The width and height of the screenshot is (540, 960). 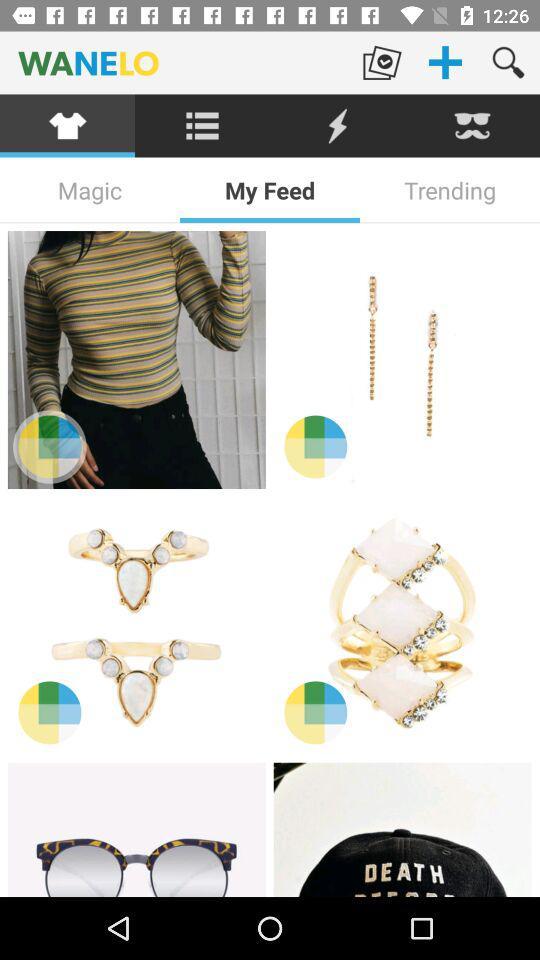 I want to click on the magic item, so click(x=89, y=190).